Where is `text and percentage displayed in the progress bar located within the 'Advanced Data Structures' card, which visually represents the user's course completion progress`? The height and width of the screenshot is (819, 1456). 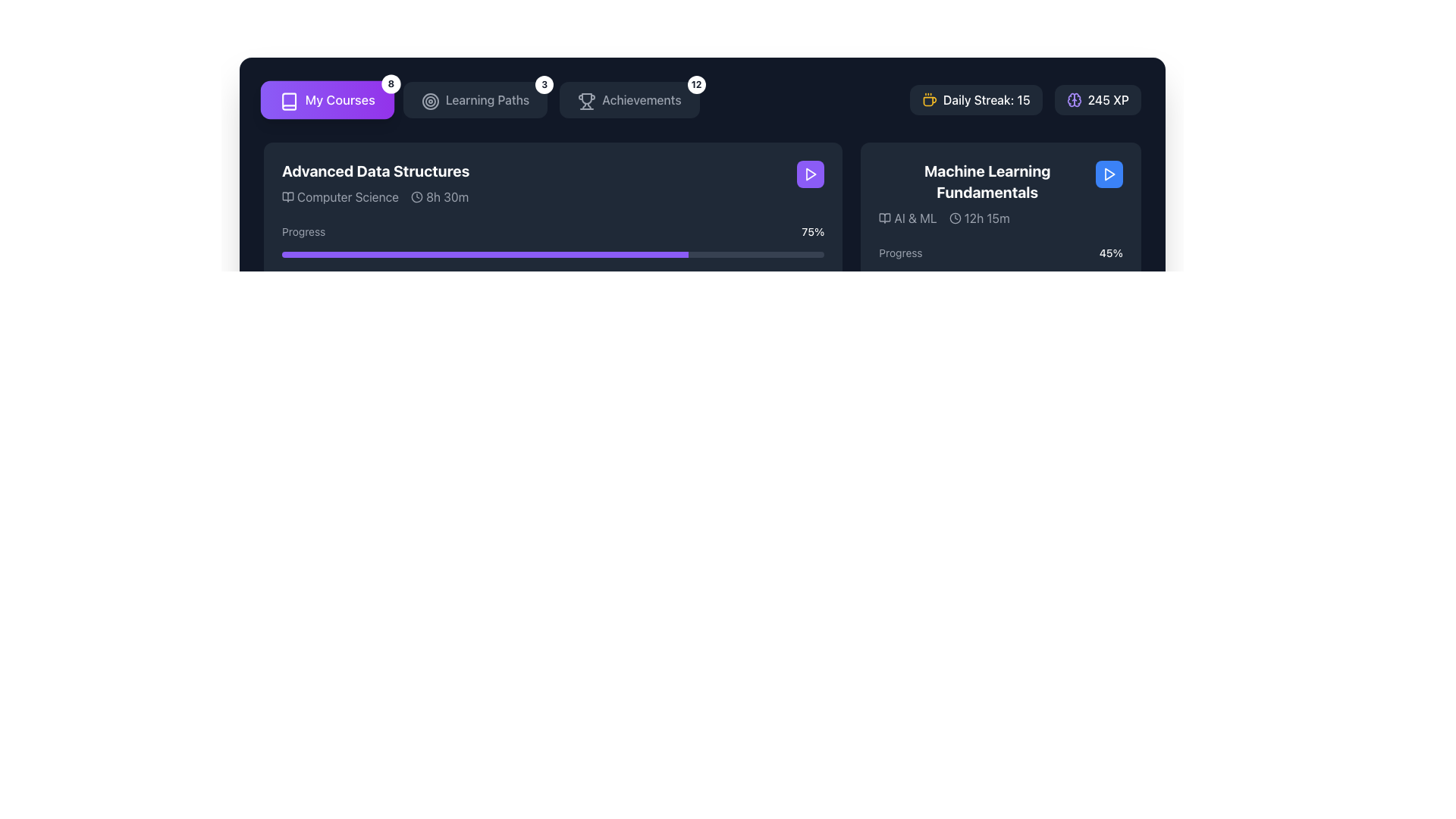
text and percentage displayed in the progress bar located within the 'Advanced Data Structures' card, which visually represents the user's course completion progress is located at coordinates (552, 240).